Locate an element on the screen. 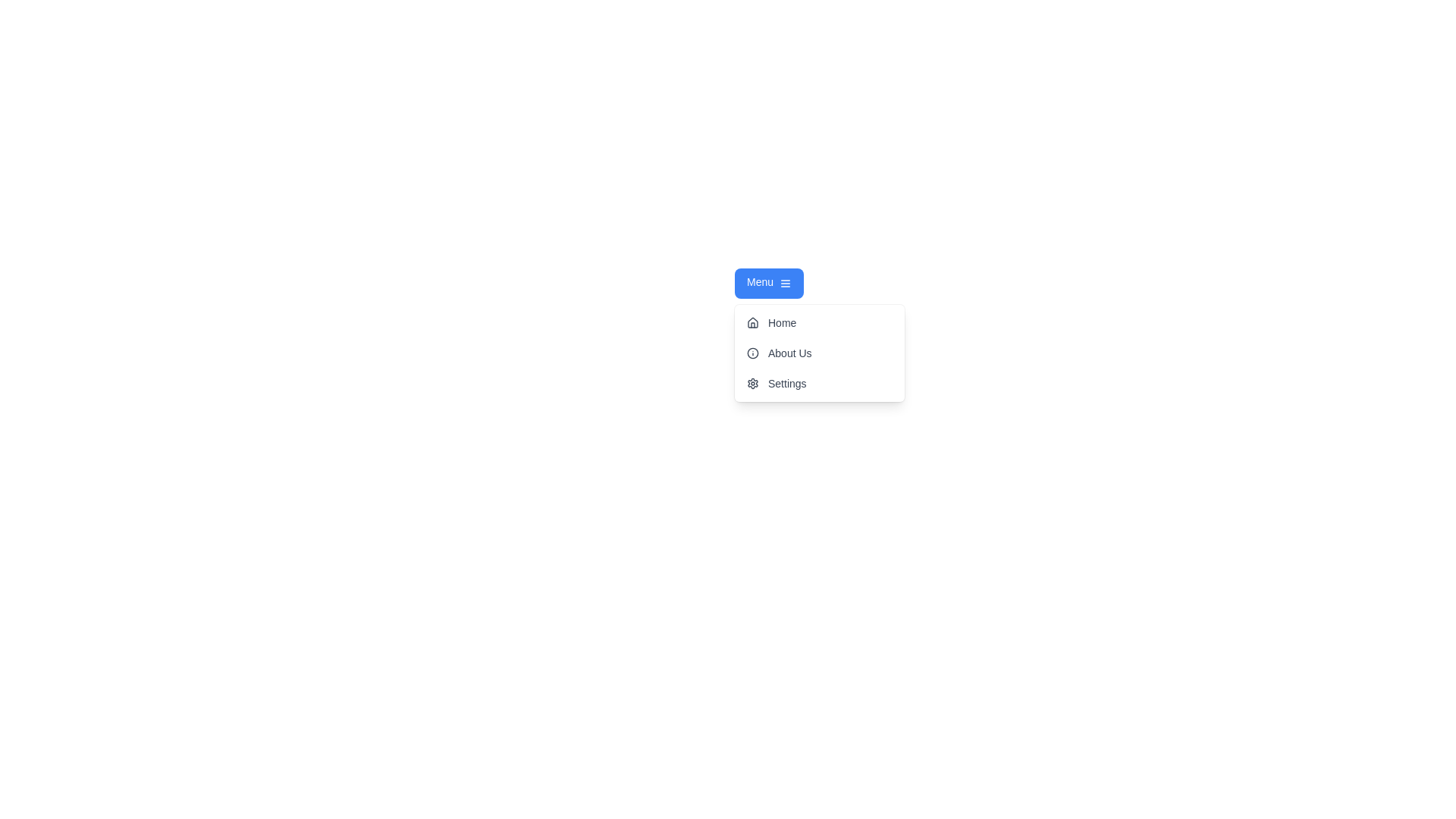  the rectangular blue button labeled 'Menu' is located at coordinates (769, 284).